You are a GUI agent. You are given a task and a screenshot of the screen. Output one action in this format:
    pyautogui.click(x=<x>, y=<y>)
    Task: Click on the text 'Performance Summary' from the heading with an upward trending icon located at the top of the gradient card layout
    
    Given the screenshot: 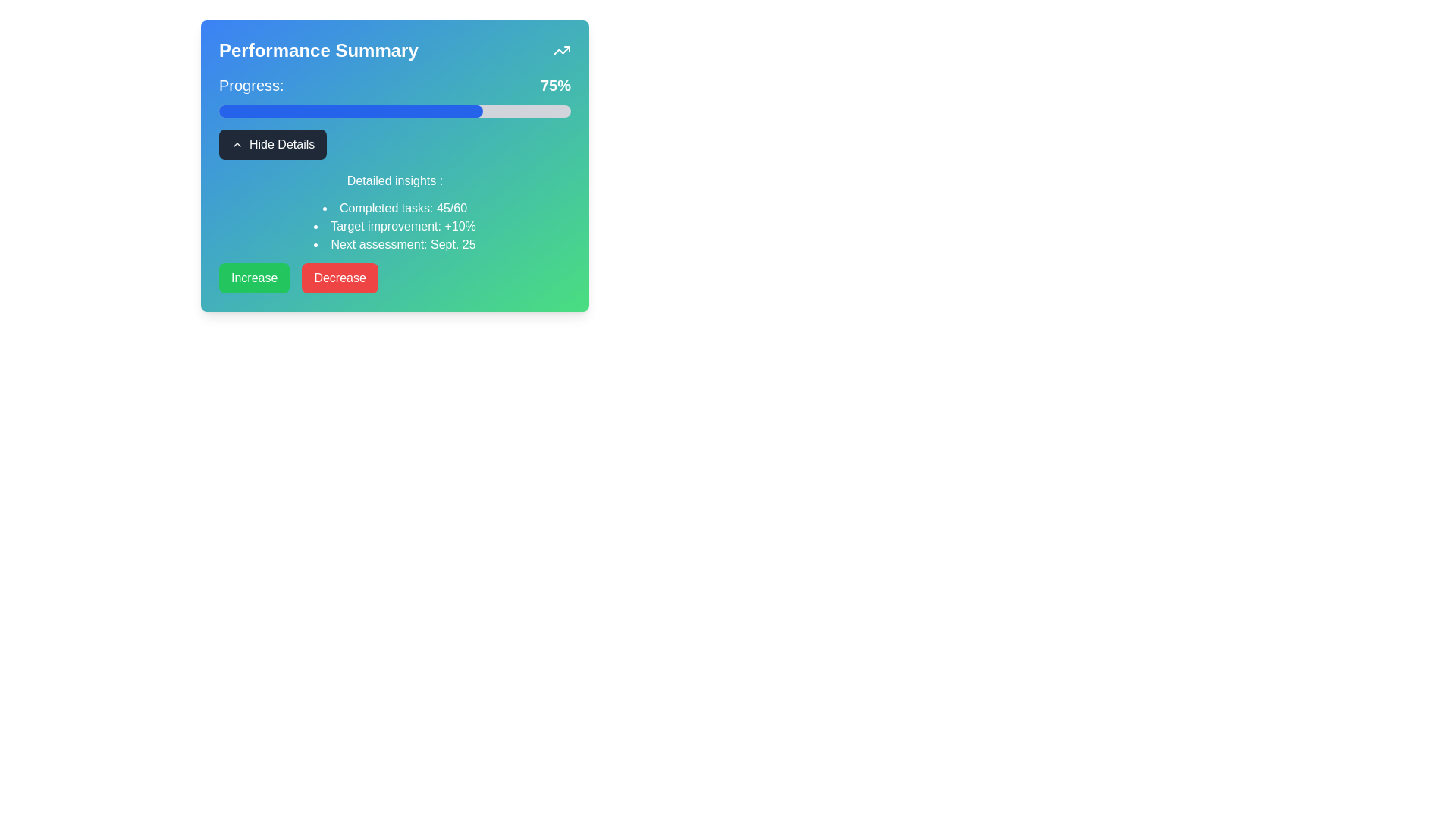 What is the action you would take?
    pyautogui.click(x=395, y=49)
    